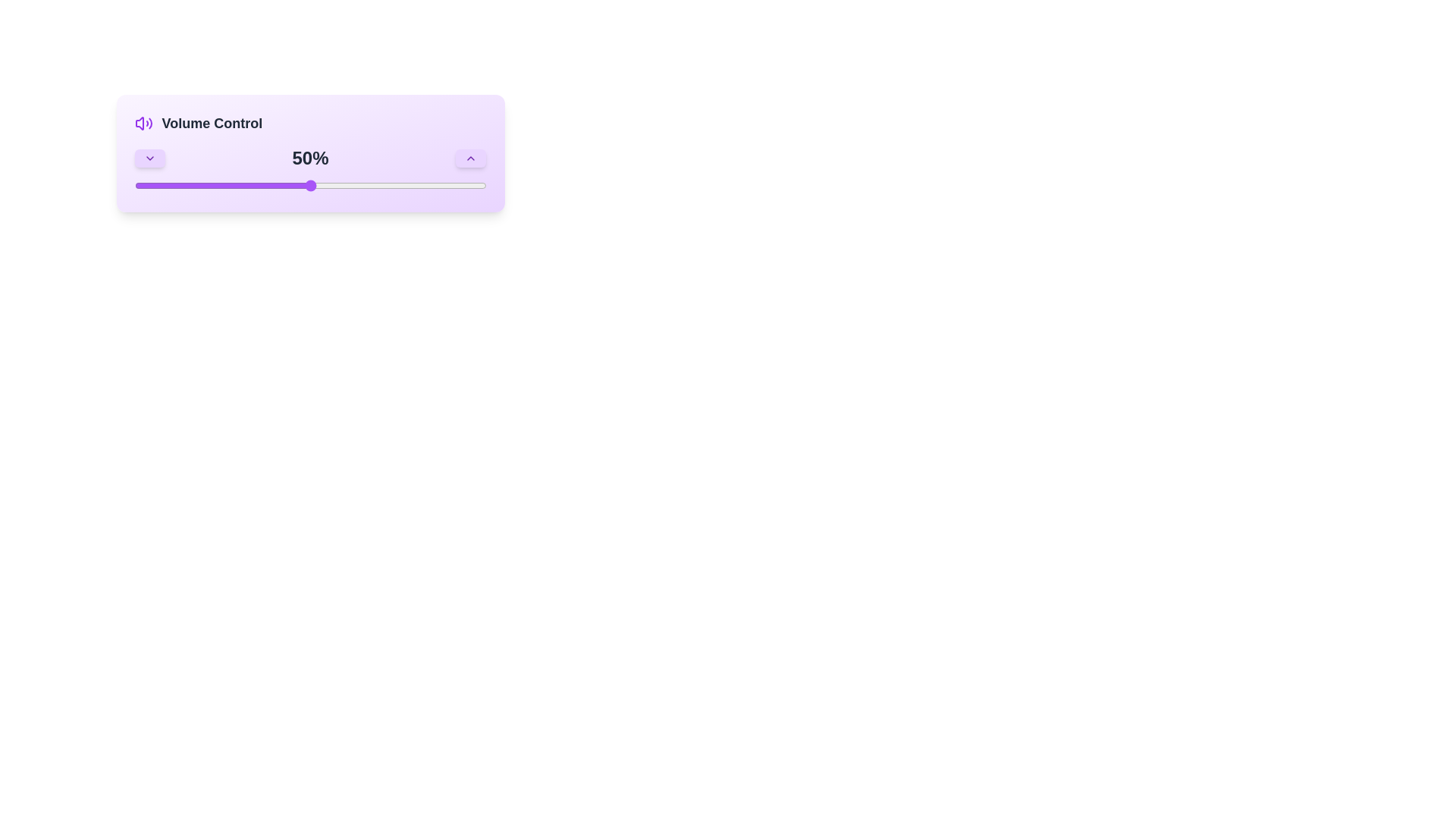 This screenshot has height=819, width=1456. Describe the element at coordinates (309, 170) in the screenshot. I see `the informational text label displaying '50%' which is positioned centrally above the slider component in the 'Volume Control' section` at that location.